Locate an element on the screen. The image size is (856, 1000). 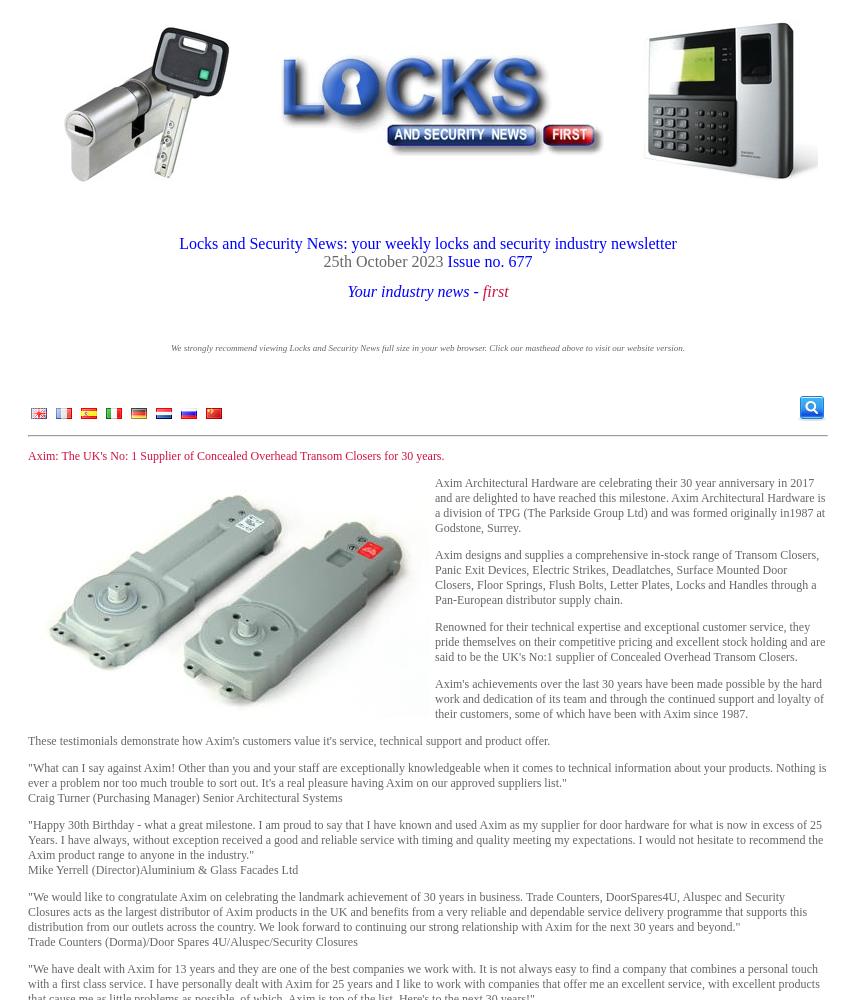
'Trade Counters (Dorma)/Door Spares 4U/Aluspec/Security Closures' is located at coordinates (27, 941).